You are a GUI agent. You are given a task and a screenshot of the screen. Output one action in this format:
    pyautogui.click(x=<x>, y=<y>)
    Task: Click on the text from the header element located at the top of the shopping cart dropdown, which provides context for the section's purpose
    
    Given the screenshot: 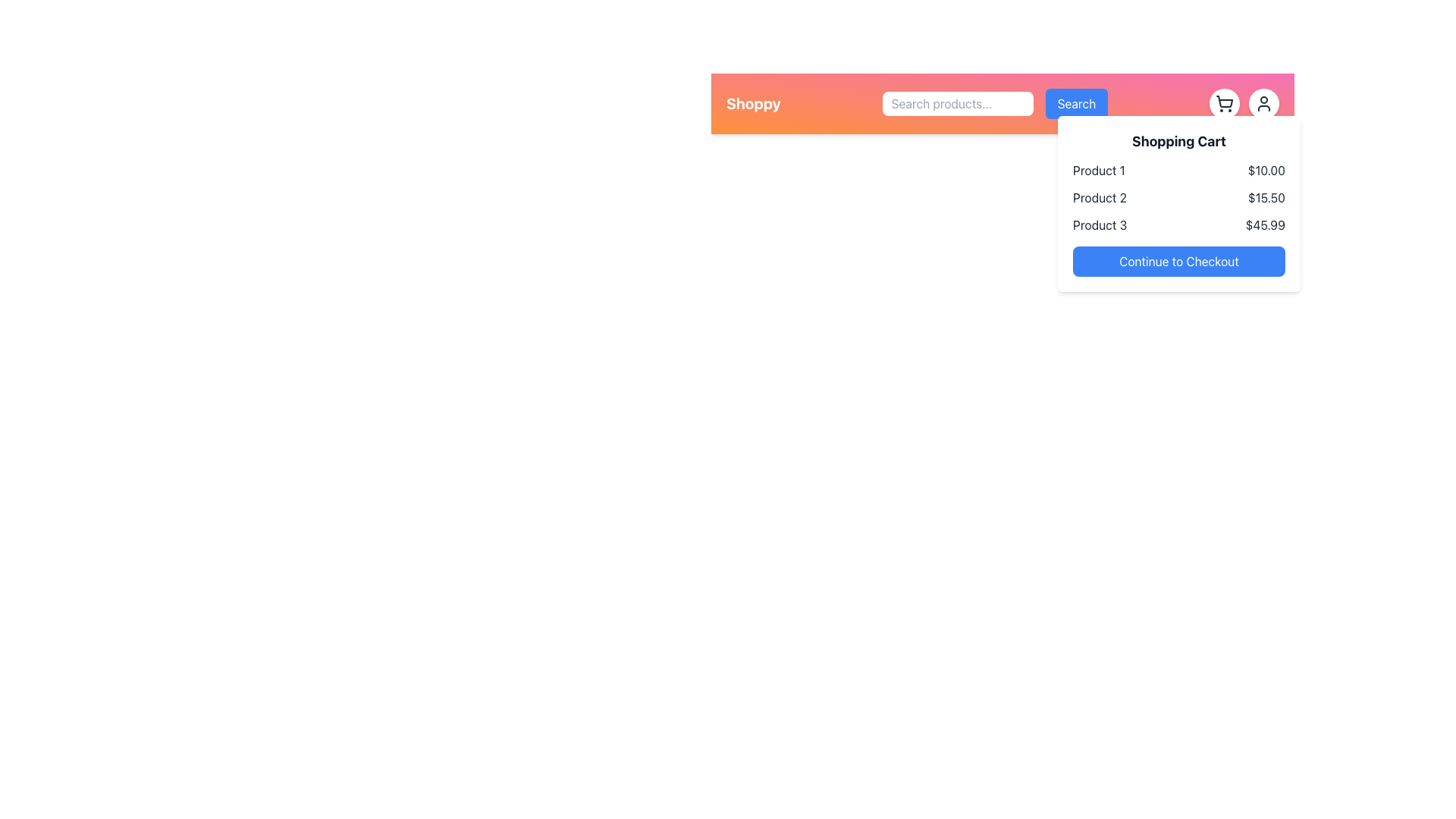 What is the action you would take?
    pyautogui.click(x=1178, y=141)
    